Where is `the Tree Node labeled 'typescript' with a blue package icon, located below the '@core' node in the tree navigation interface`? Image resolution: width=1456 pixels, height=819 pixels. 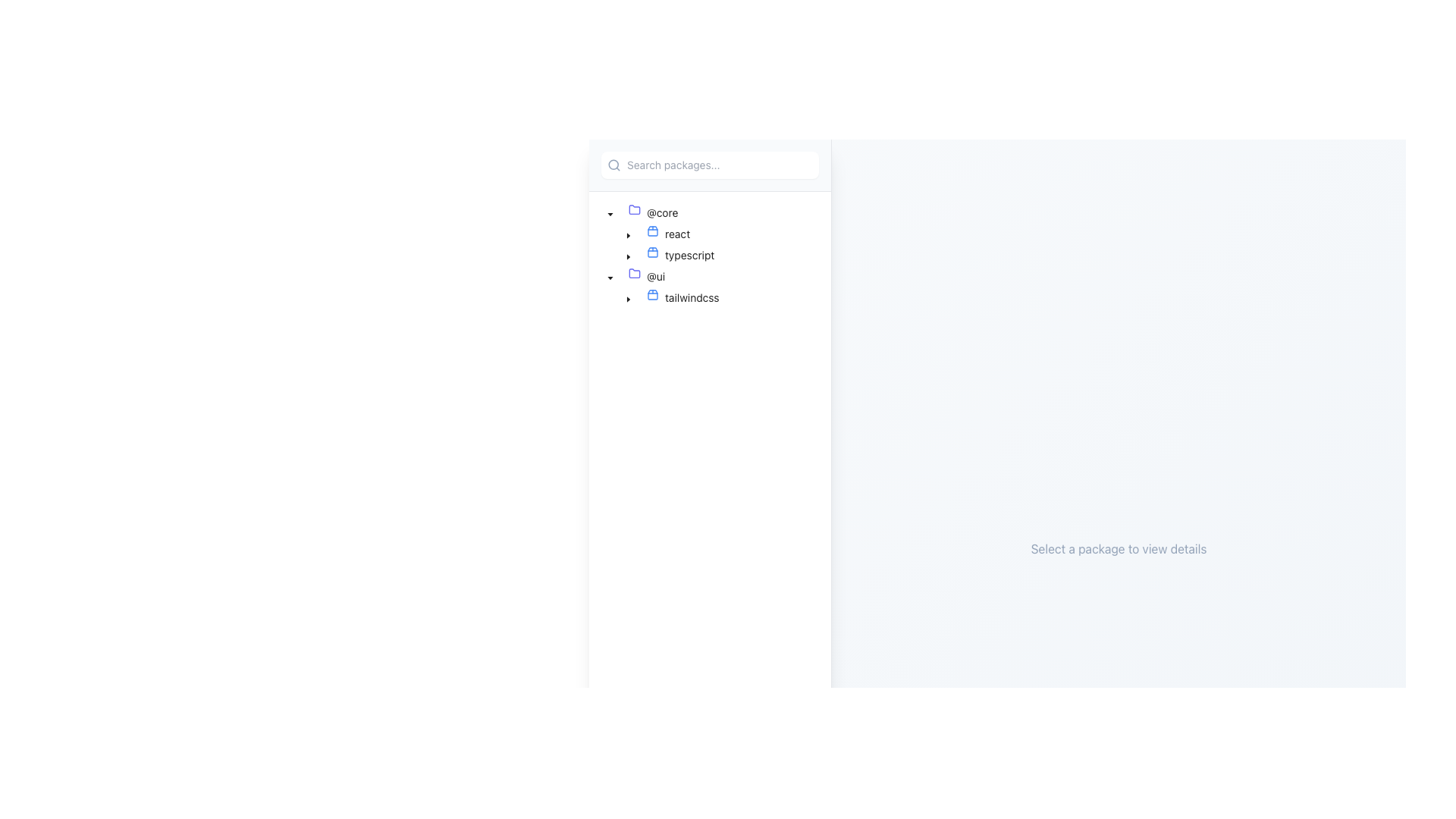 the Tree Node labeled 'typescript' with a blue package icon, located below the '@core' node in the tree navigation interface is located at coordinates (679, 254).